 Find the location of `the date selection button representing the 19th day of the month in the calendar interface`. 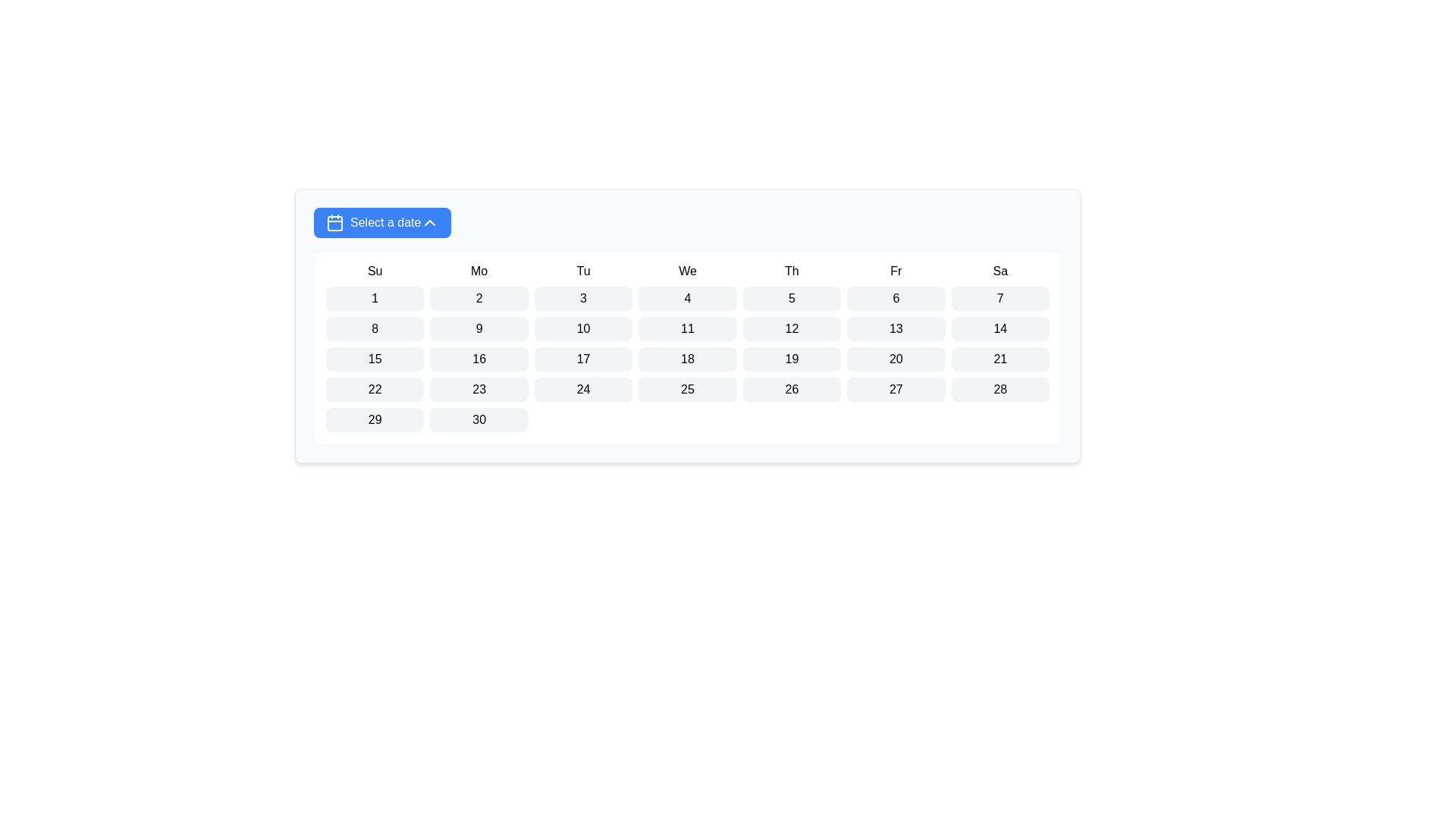

the date selection button representing the 19th day of the month in the calendar interface is located at coordinates (791, 359).